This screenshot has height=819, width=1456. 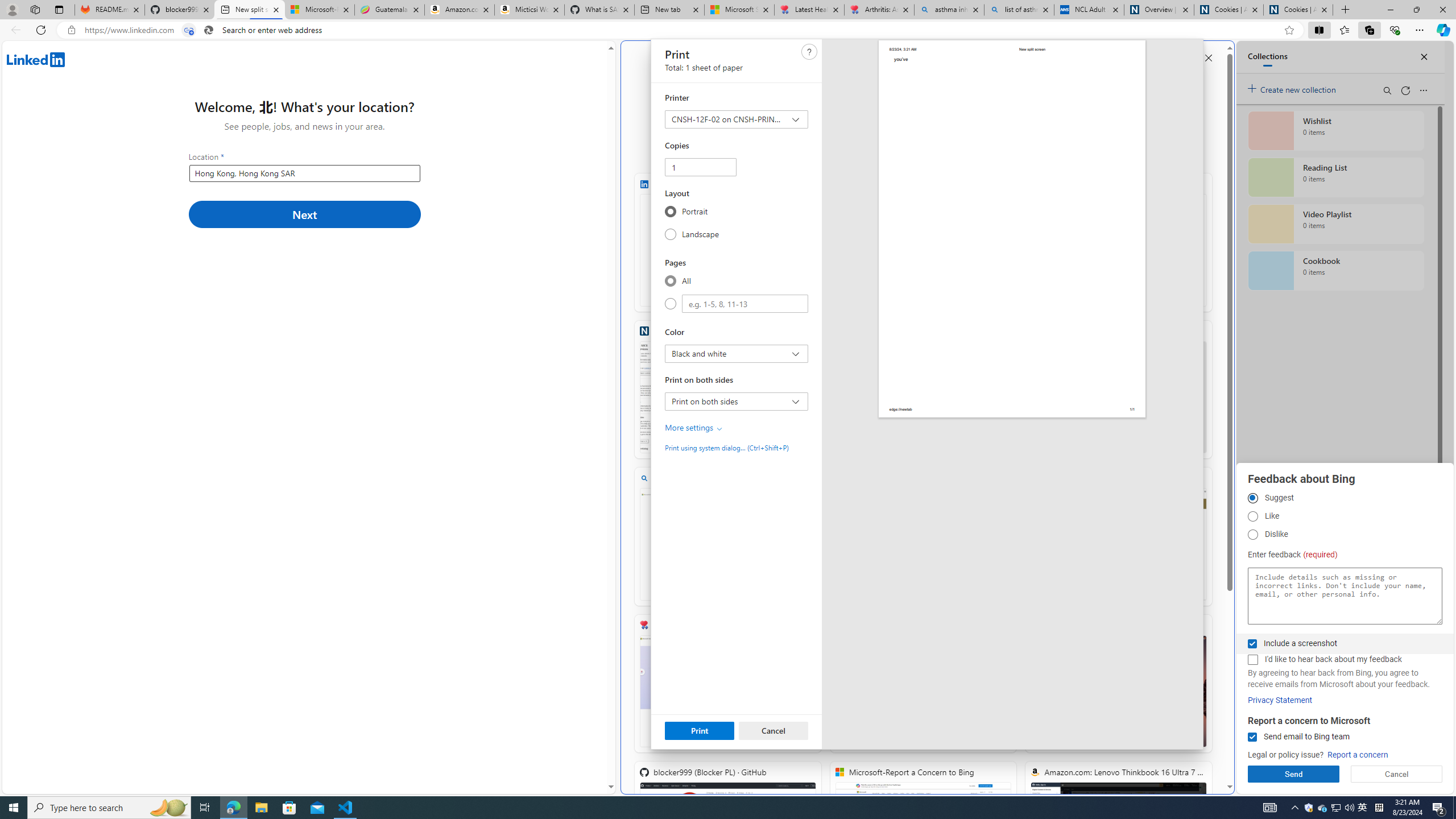 What do you see at coordinates (670, 303) in the screenshot?
I see `'Custom'` at bounding box center [670, 303].